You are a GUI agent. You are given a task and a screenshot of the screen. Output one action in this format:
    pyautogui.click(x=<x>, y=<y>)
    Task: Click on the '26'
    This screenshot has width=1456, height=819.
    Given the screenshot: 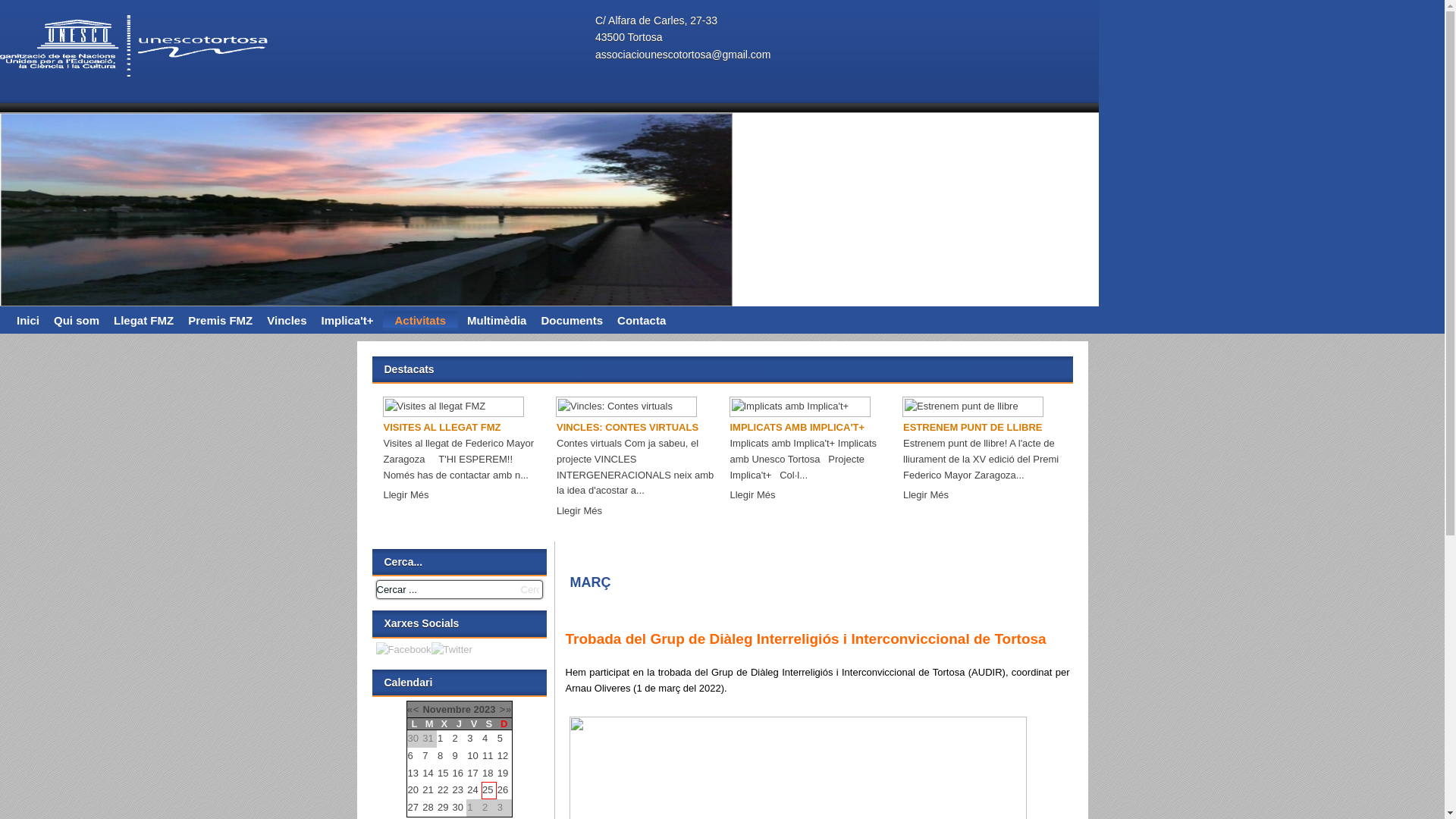 What is the action you would take?
    pyautogui.click(x=502, y=789)
    